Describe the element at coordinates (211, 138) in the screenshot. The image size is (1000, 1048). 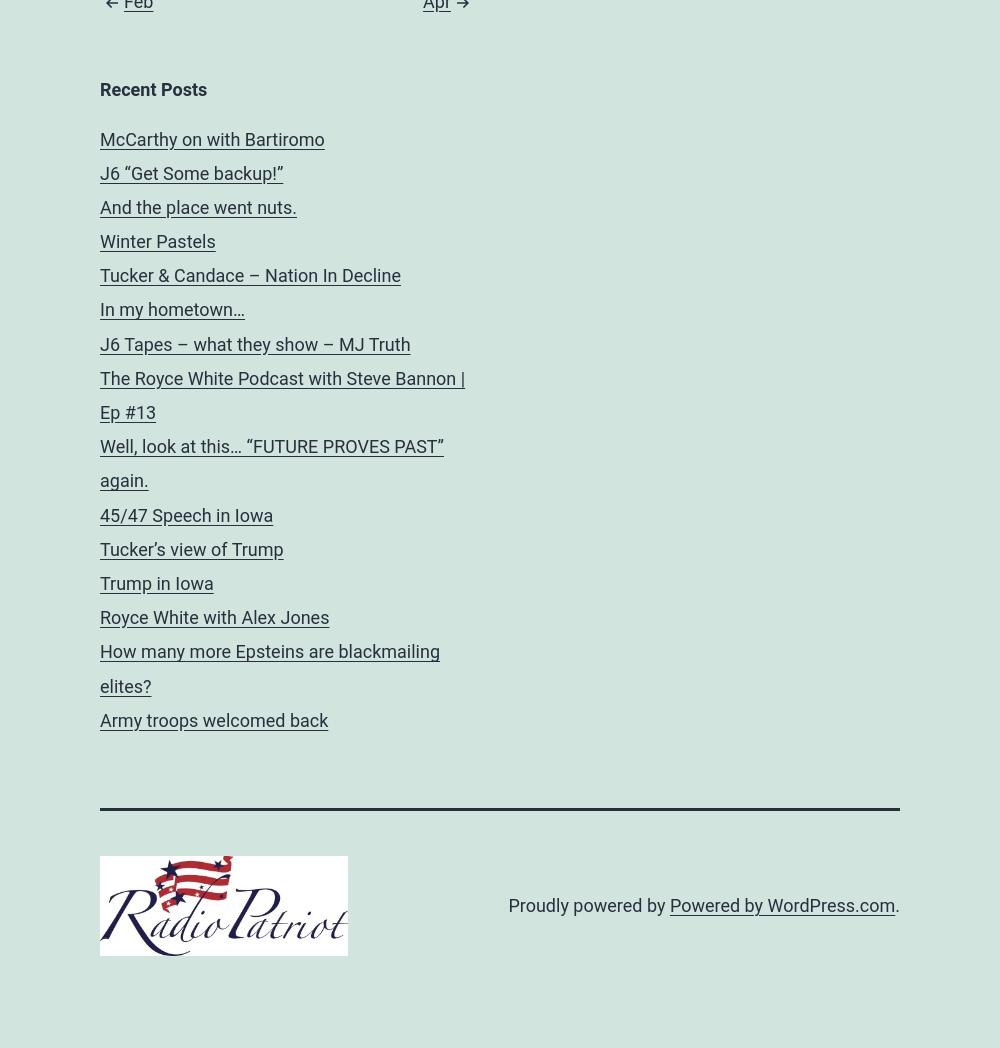
I see `'McCarthy on with Bartiromo'` at that location.